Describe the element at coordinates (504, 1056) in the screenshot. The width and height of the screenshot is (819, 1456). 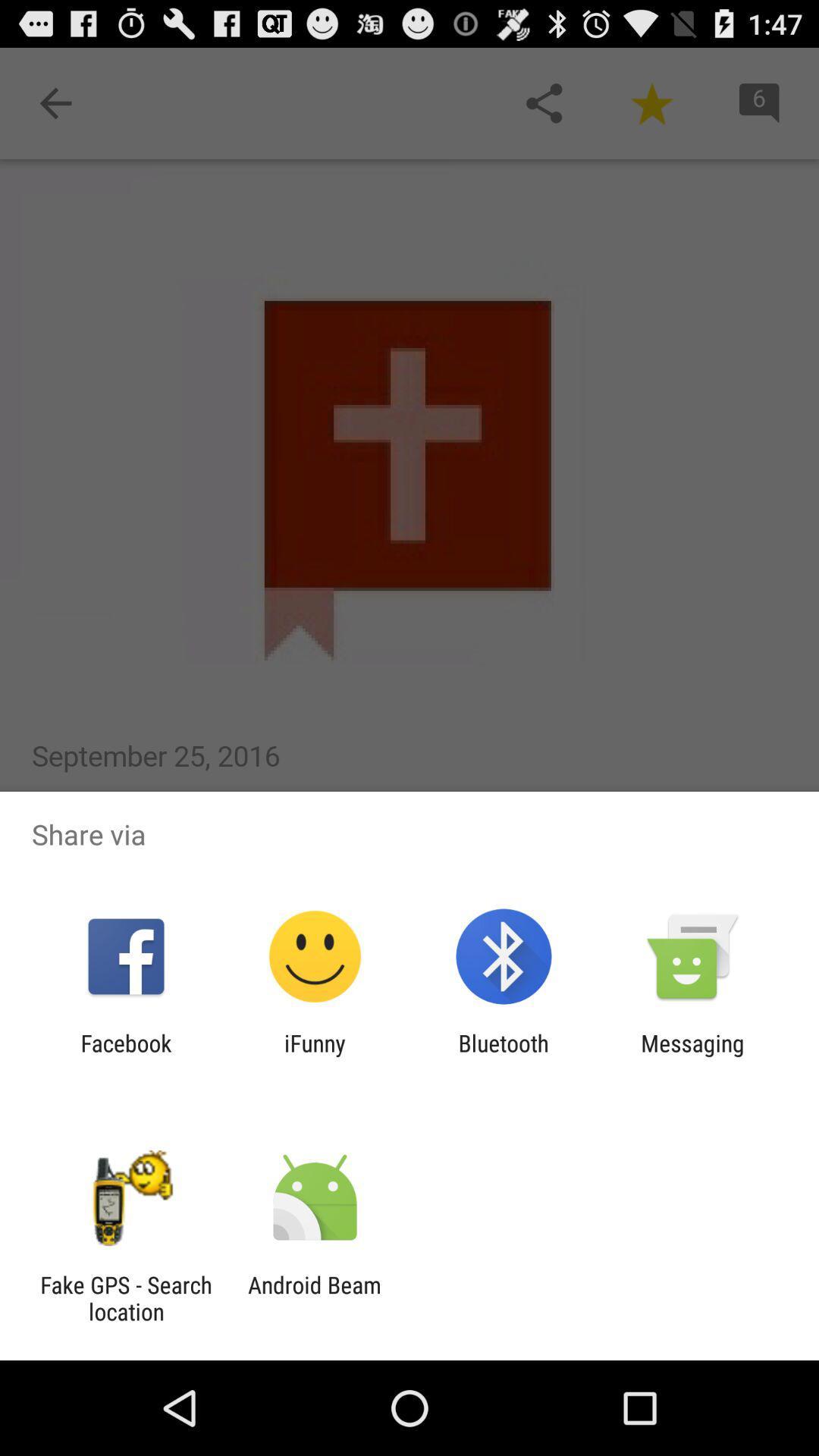
I see `item next to ifunny` at that location.